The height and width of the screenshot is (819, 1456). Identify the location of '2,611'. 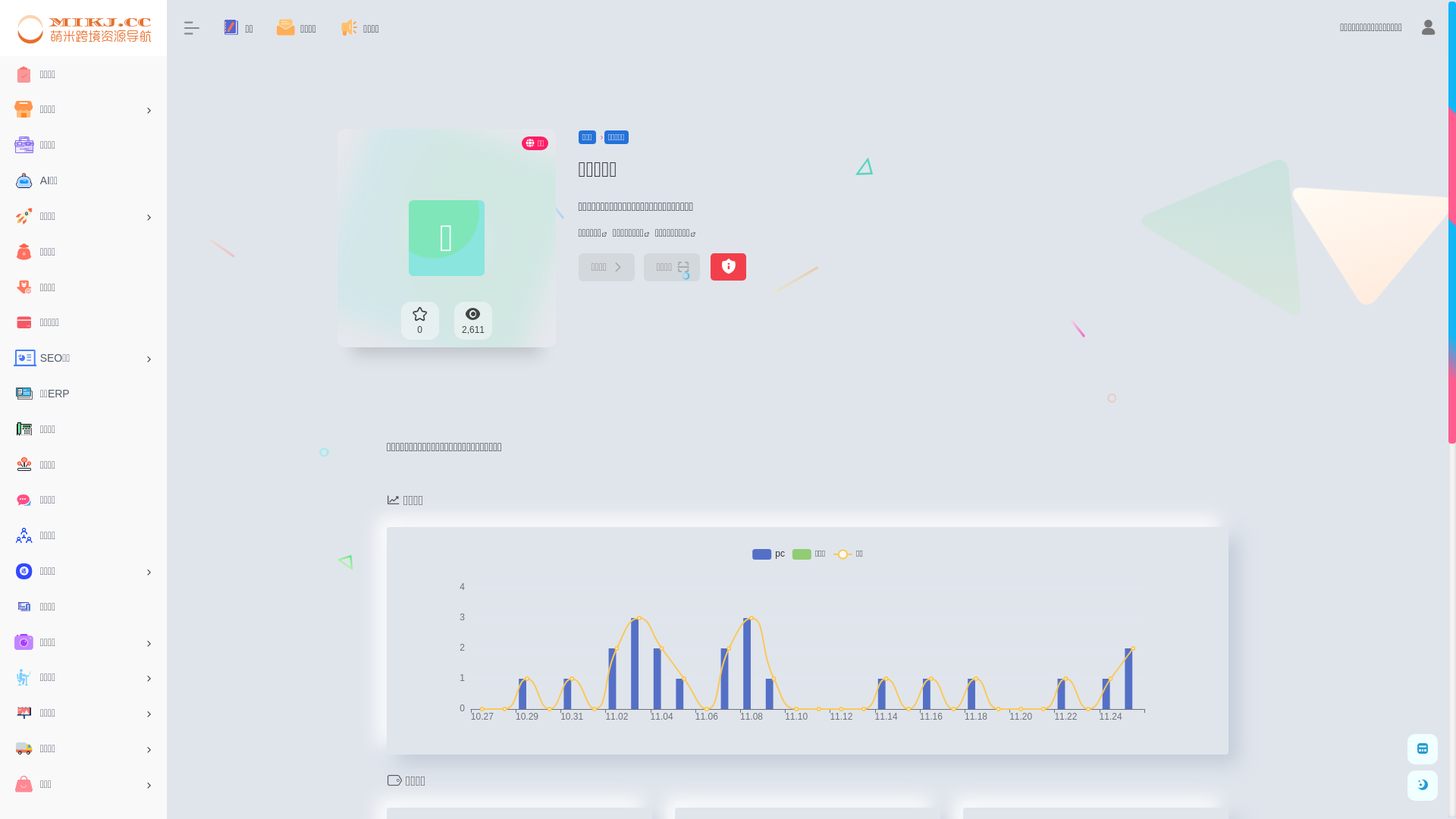
(472, 320).